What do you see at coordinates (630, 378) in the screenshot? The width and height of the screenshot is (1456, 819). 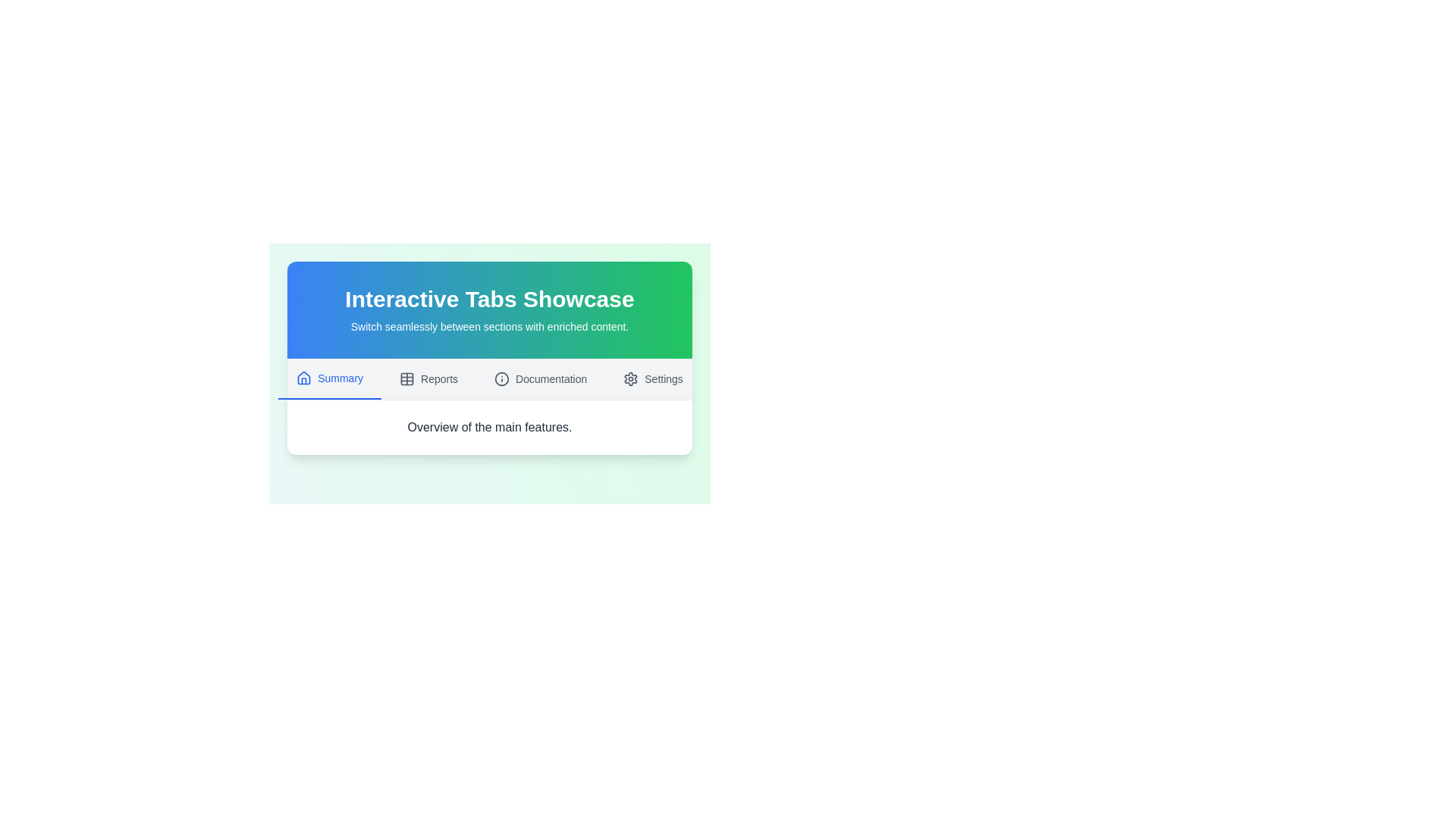 I see `the gear icon representing the settings functionality located in the 'Settings' tab of the interface` at bounding box center [630, 378].